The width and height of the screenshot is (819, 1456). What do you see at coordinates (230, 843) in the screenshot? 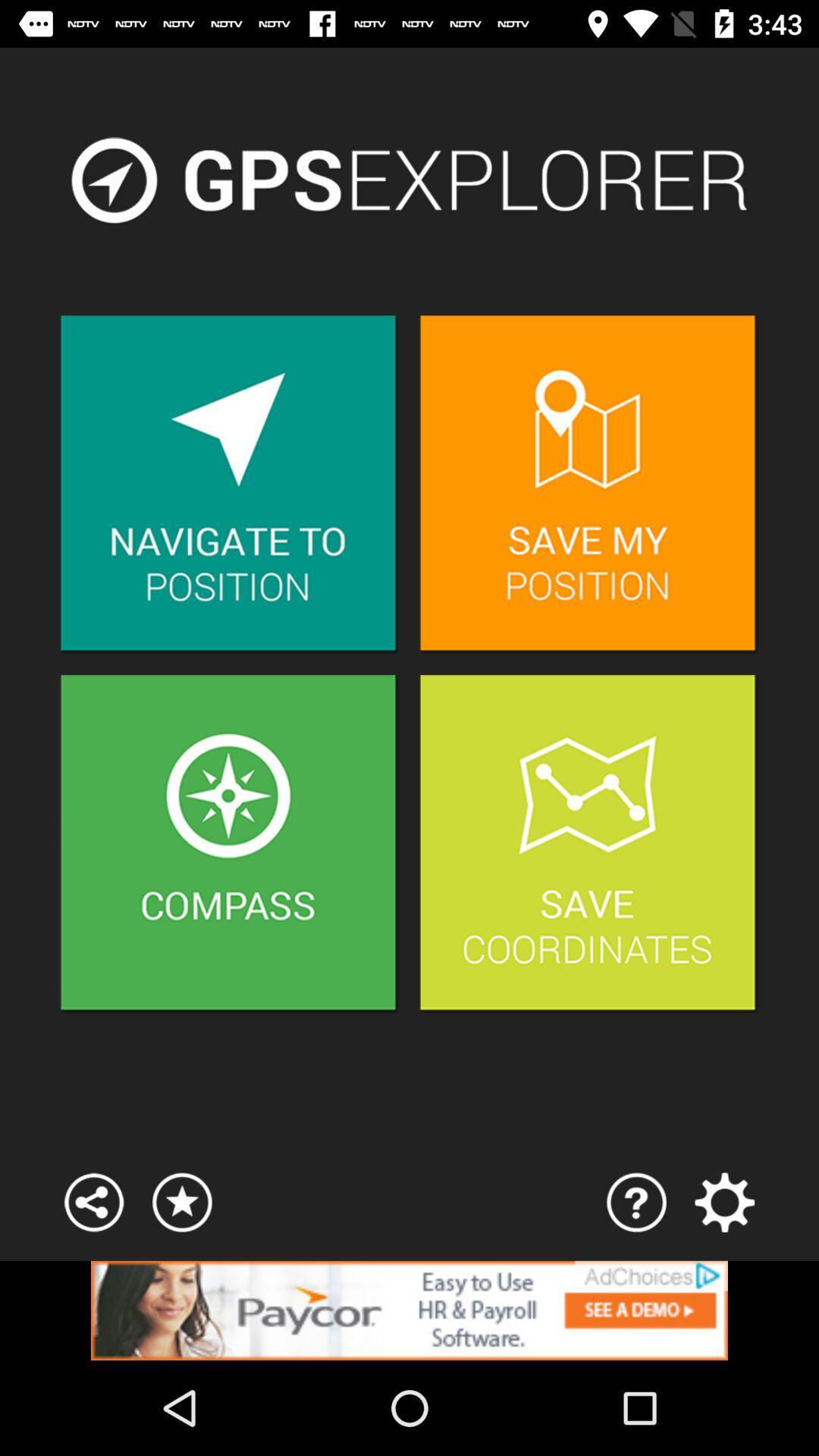
I see `access the compass` at bounding box center [230, 843].